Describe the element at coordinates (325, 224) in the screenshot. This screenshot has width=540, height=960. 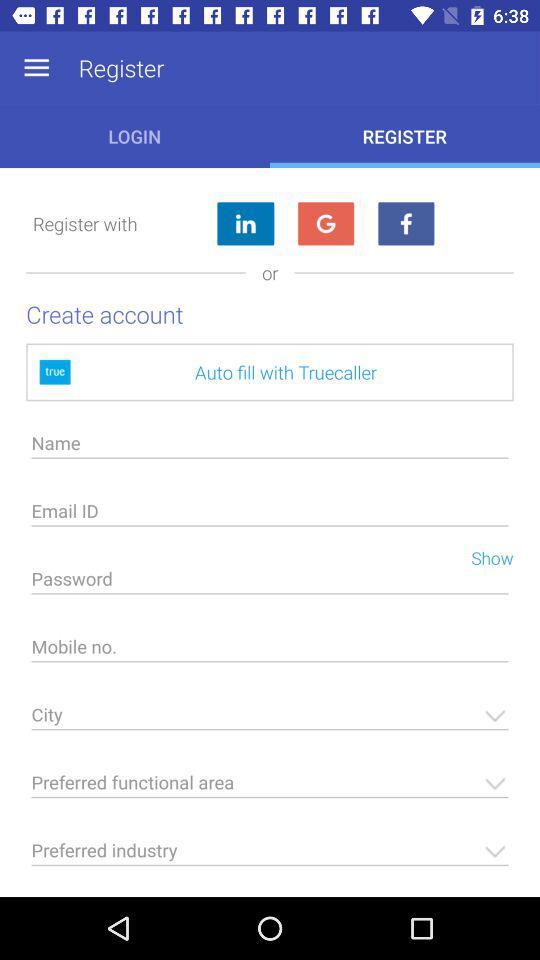
I see `google` at that location.